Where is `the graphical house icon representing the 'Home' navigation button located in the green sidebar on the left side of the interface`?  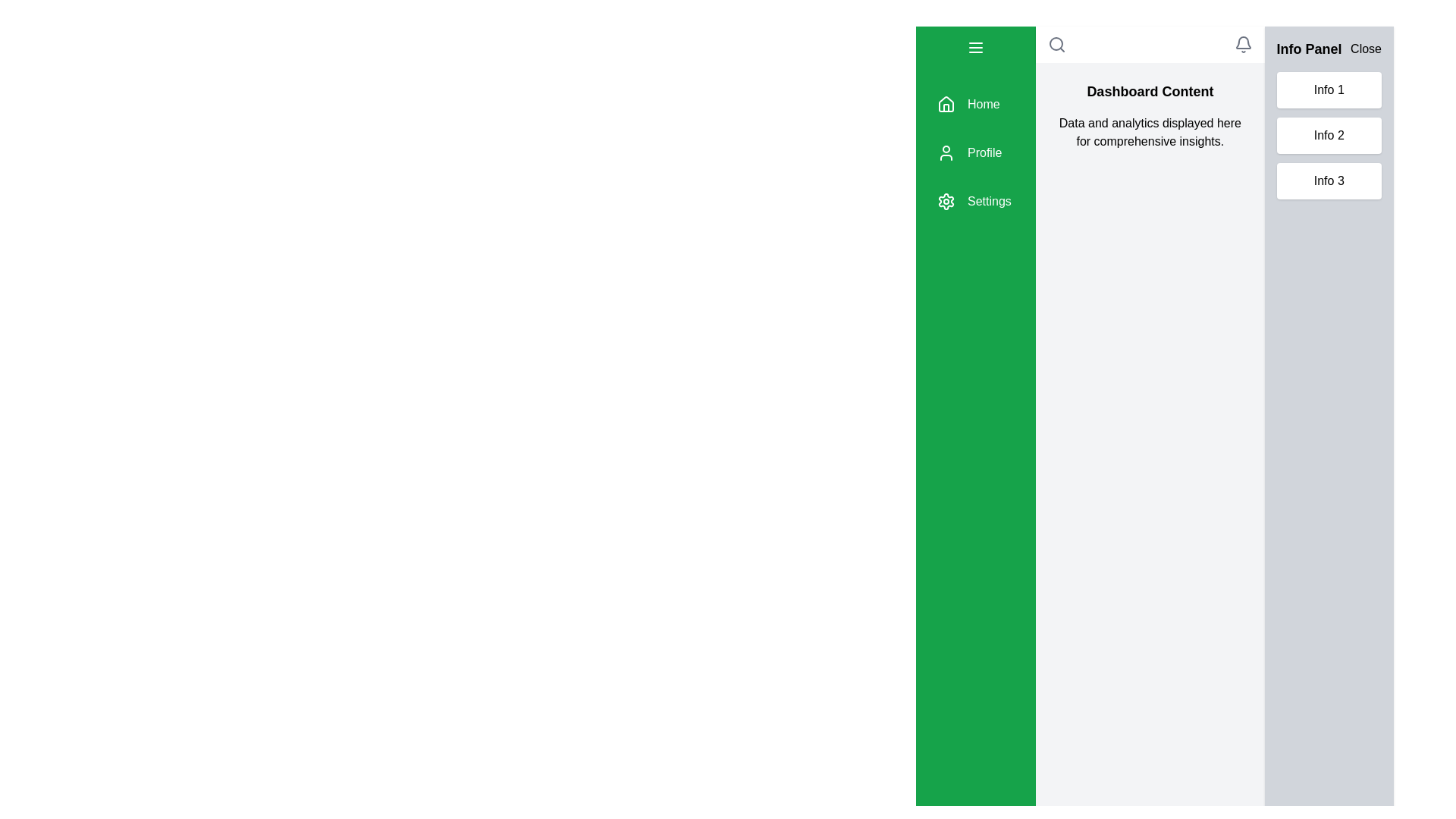 the graphical house icon representing the 'Home' navigation button located in the green sidebar on the left side of the interface is located at coordinates (946, 107).